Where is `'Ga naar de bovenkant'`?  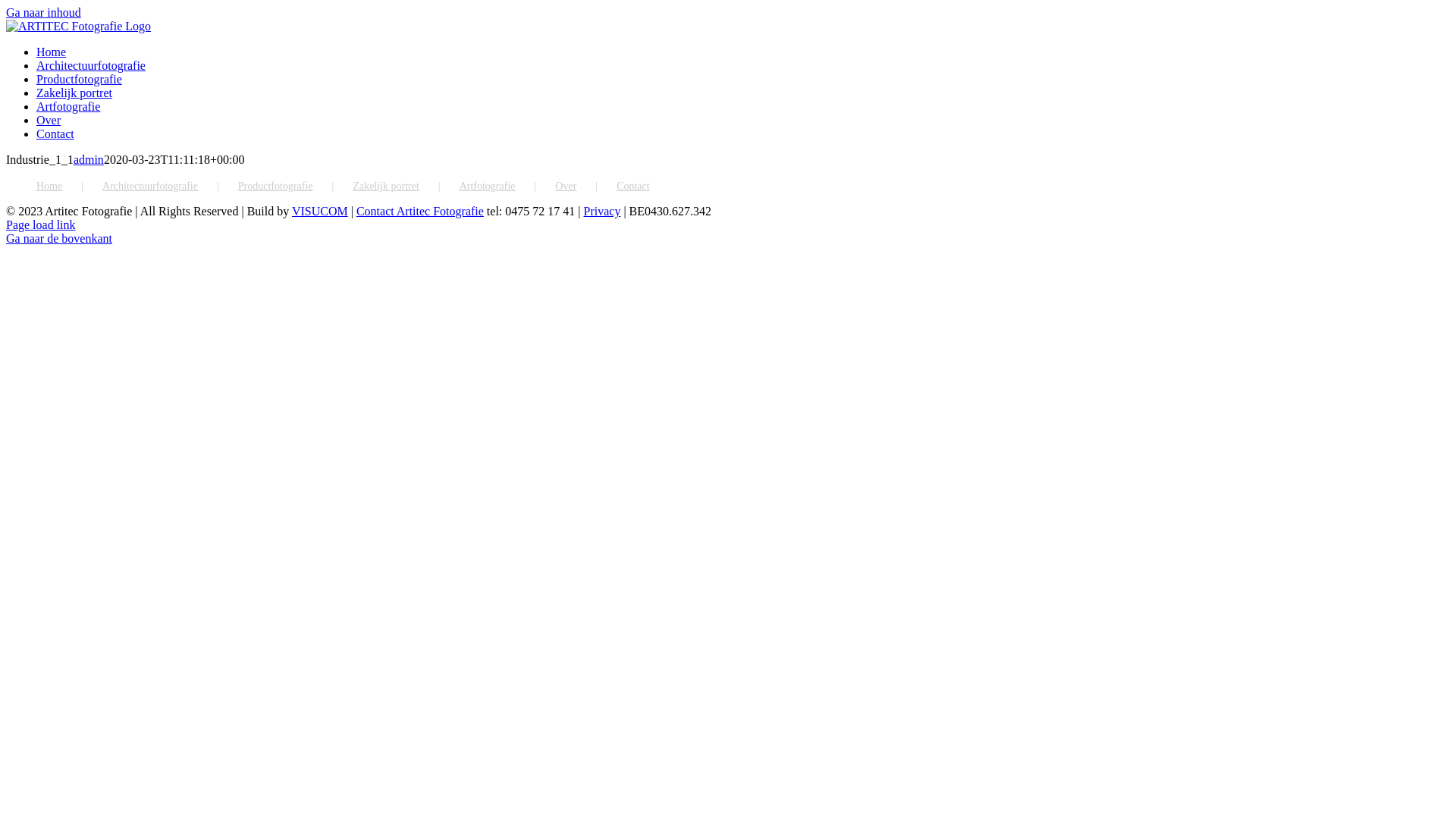 'Ga naar de bovenkant' is located at coordinates (6, 238).